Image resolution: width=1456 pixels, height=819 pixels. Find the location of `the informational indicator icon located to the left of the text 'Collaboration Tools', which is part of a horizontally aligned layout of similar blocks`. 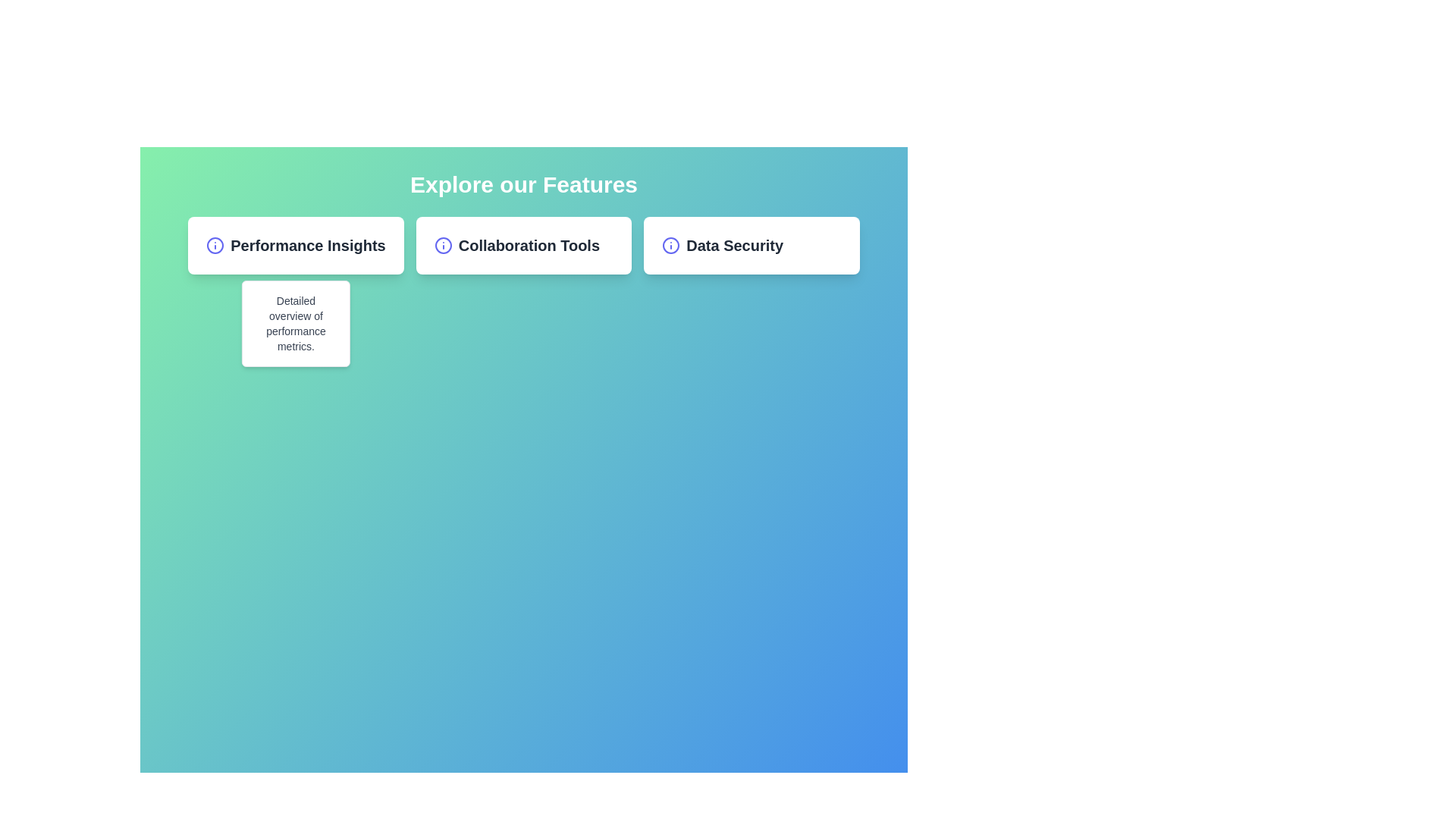

the informational indicator icon located to the left of the text 'Collaboration Tools', which is part of a horizontally aligned layout of similar blocks is located at coordinates (442, 245).